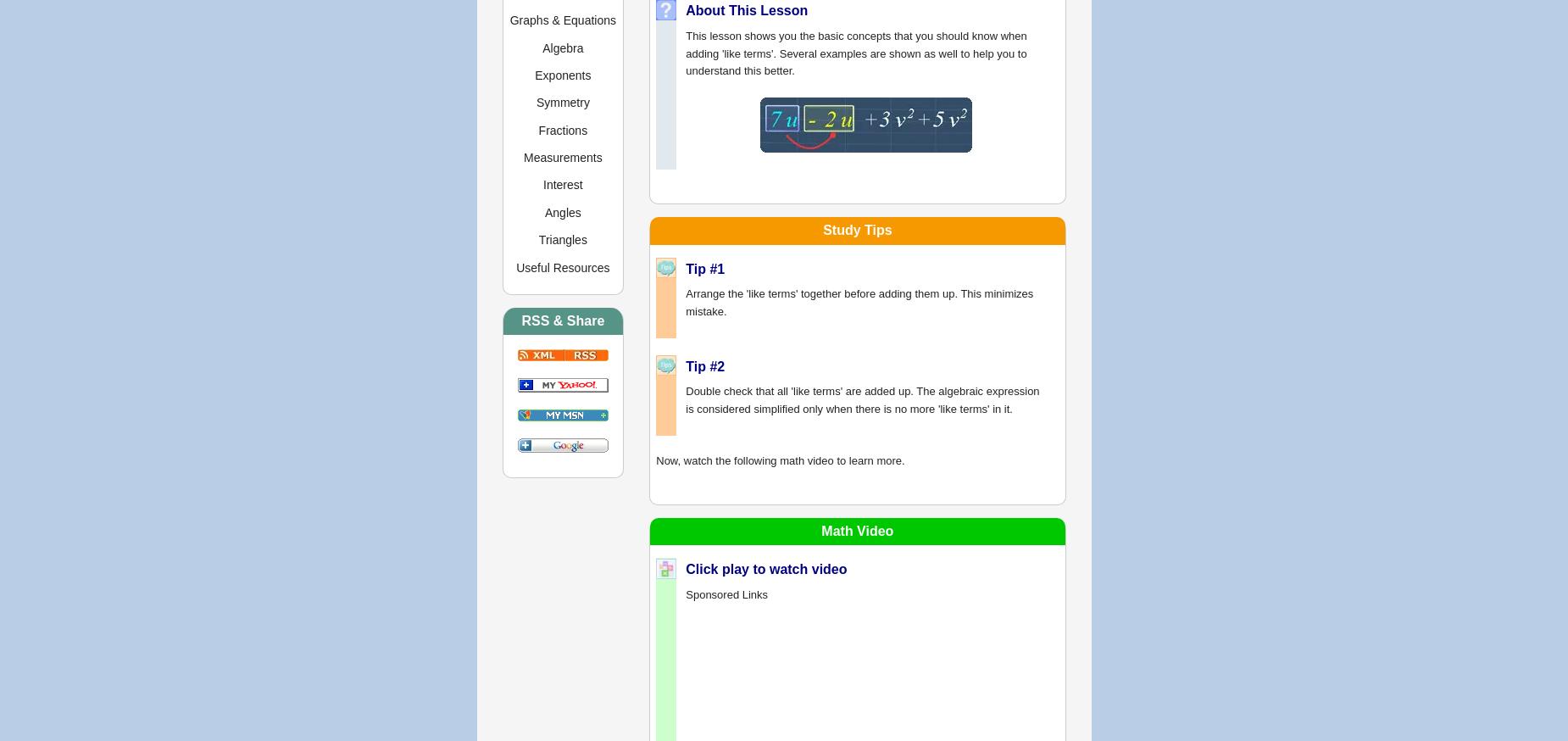 The image size is (1568, 741). What do you see at coordinates (543, 211) in the screenshot?
I see `'Angles'` at bounding box center [543, 211].